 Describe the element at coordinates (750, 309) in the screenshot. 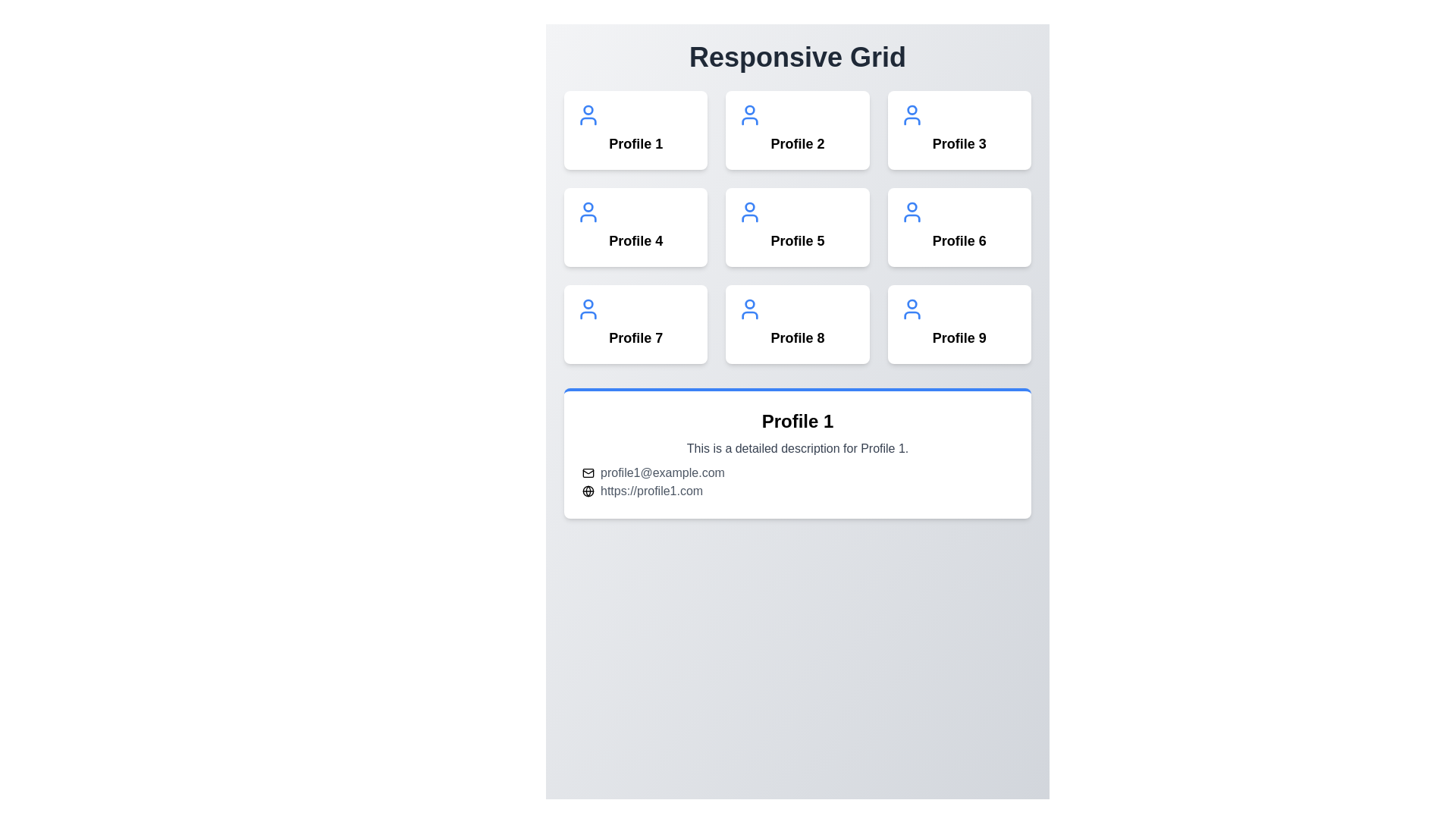

I see `the blue user profile icon, which is a circular representation located at the top center of the 'Profile 8' card, above the text 'Profile 8'` at that location.